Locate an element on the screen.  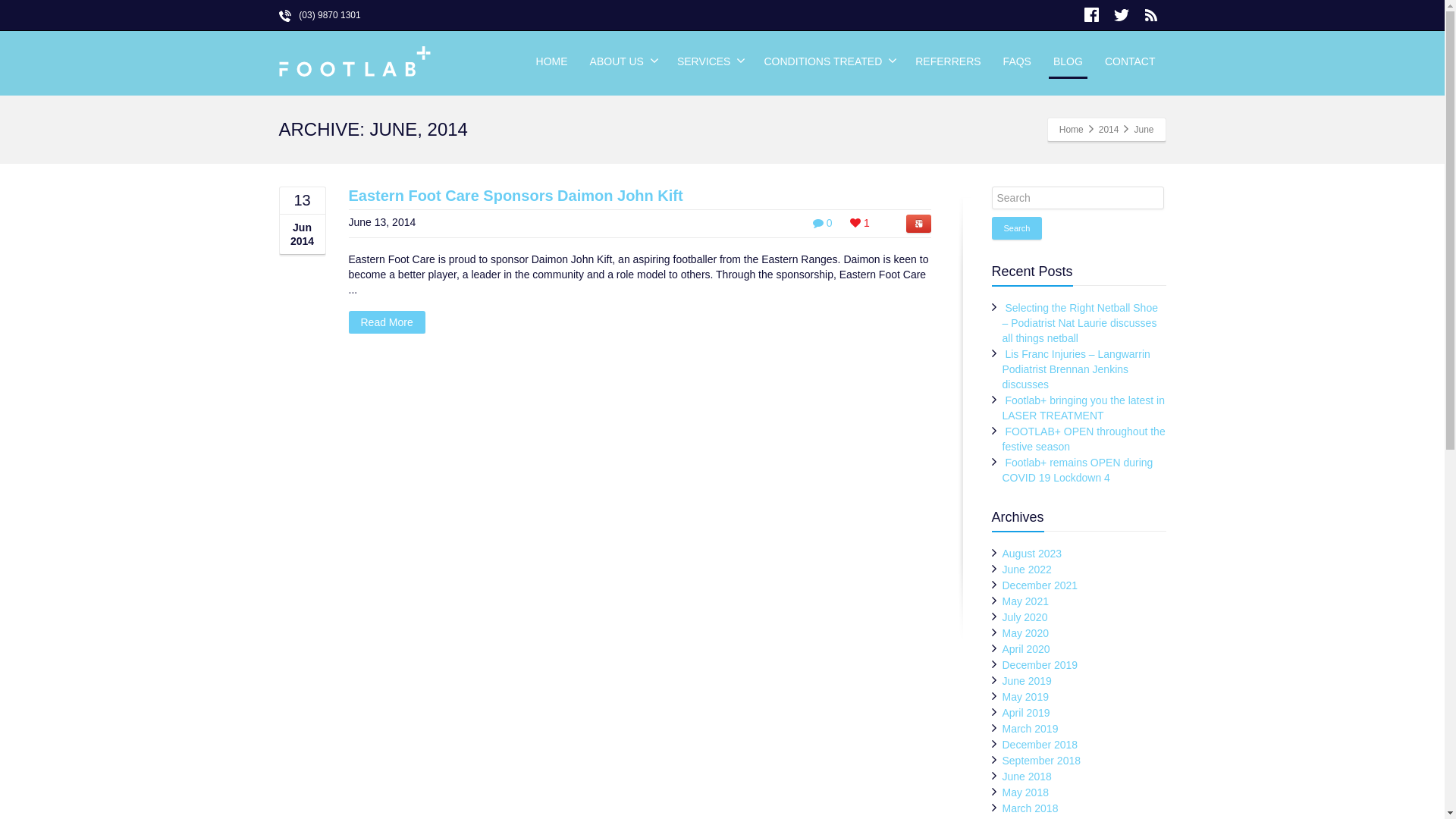
'December 2019' is located at coordinates (1040, 664).